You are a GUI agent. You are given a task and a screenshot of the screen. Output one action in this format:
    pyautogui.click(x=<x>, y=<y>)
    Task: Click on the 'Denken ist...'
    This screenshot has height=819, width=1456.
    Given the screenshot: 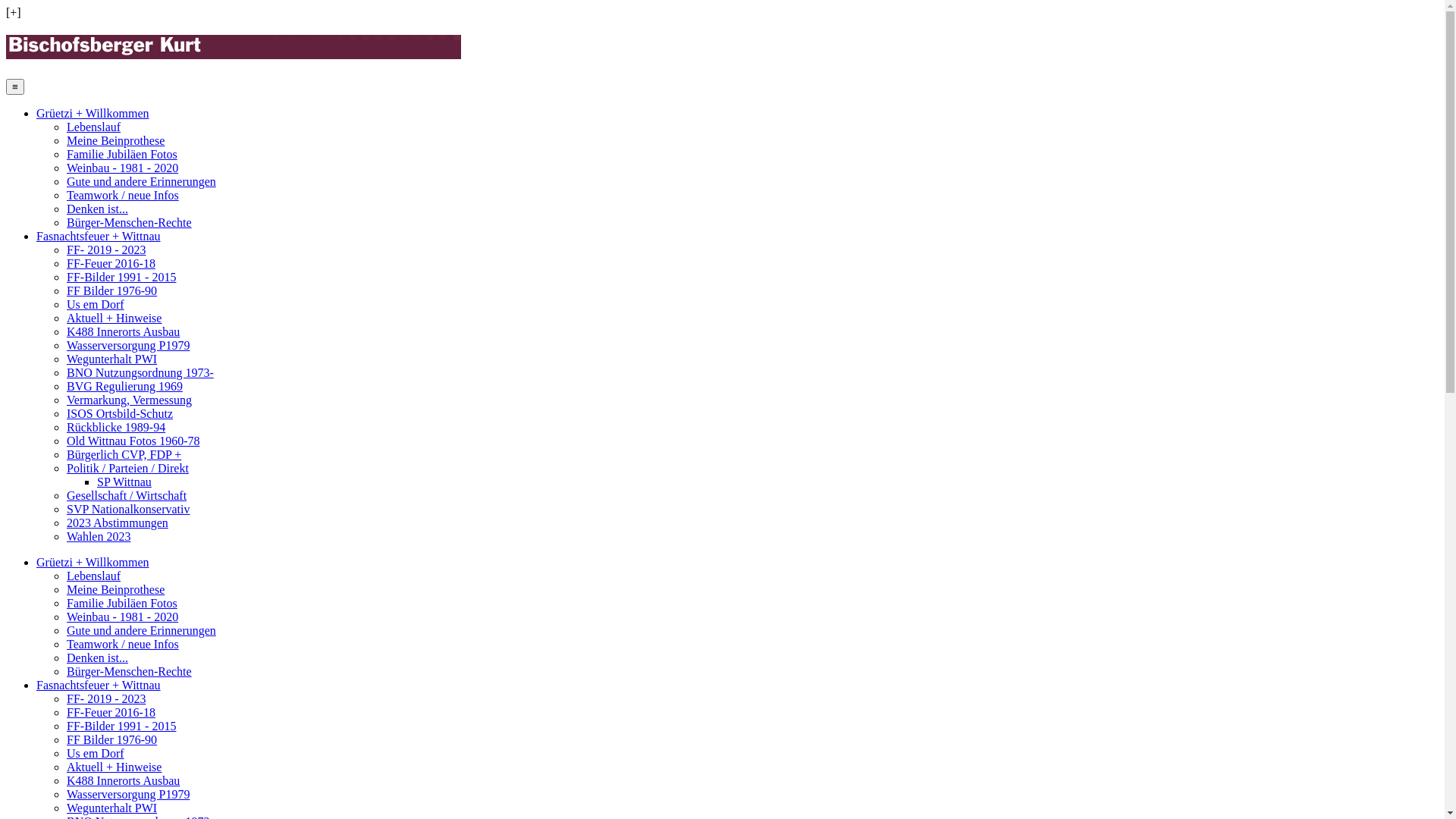 What is the action you would take?
    pyautogui.click(x=96, y=657)
    